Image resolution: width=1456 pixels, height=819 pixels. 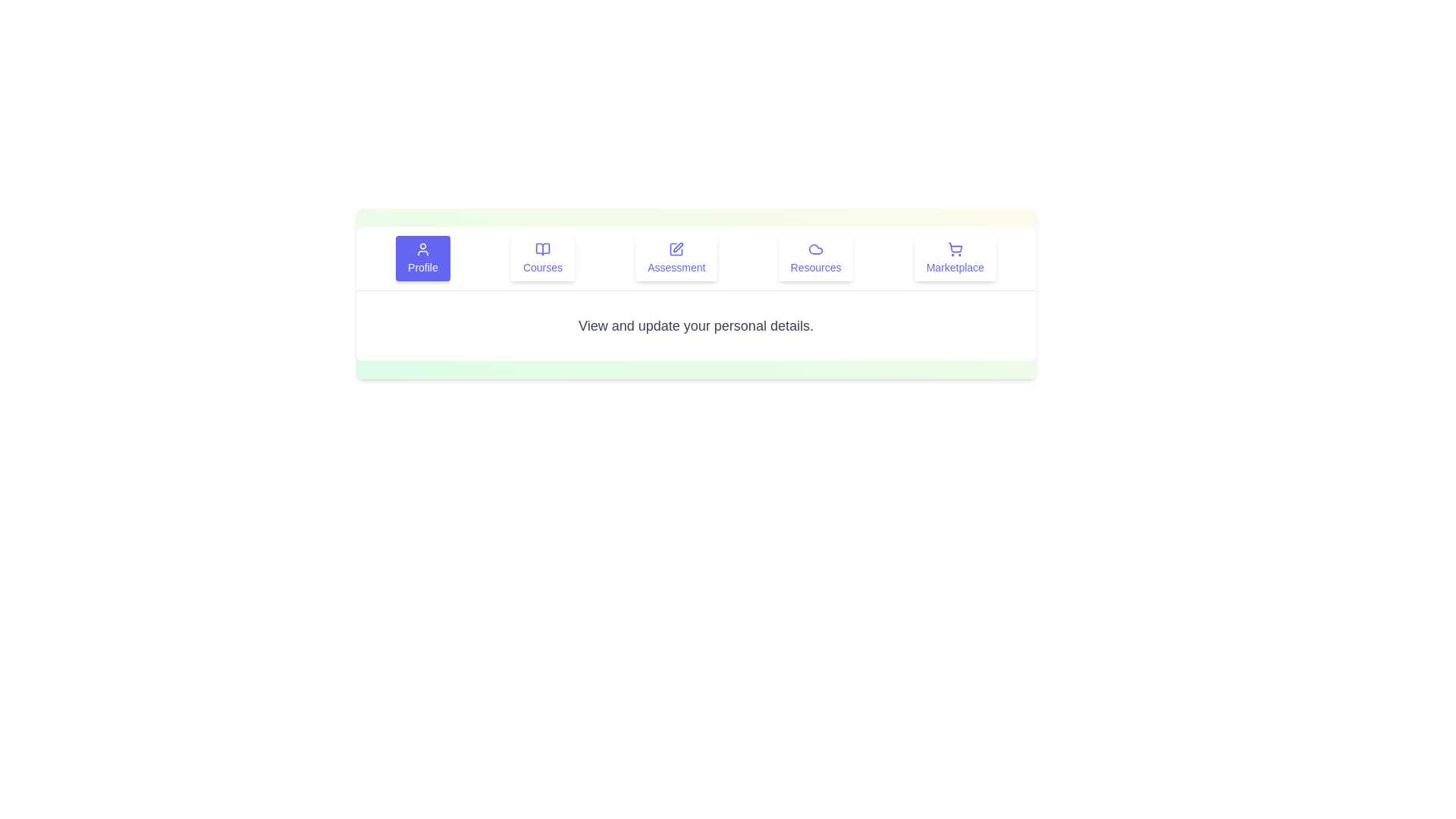 What do you see at coordinates (542, 248) in the screenshot?
I see `the 'Courses' icon, which resembles an open book with a two-page design in the horizontal menu bar` at bounding box center [542, 248].